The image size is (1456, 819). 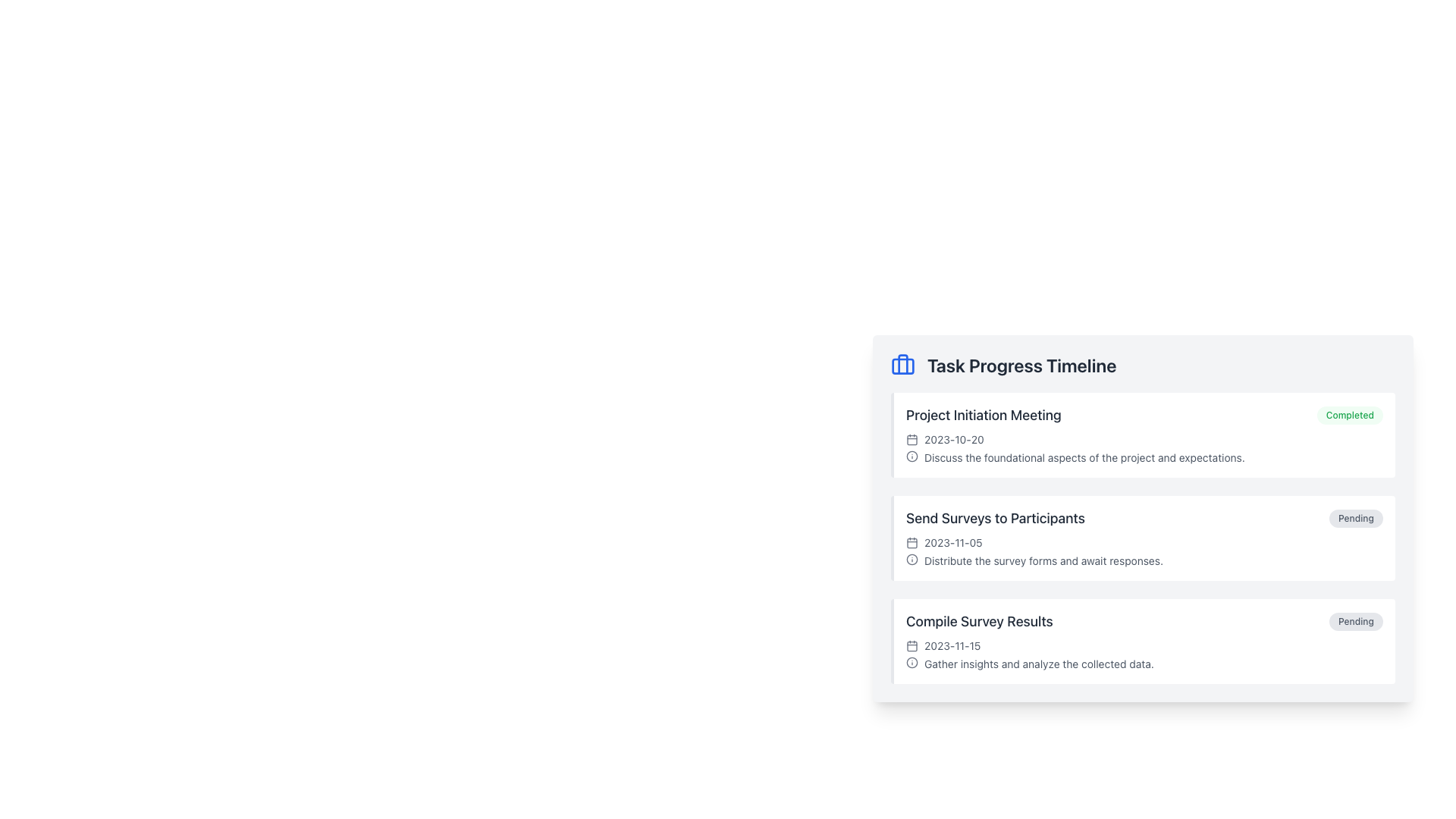 What do you see at coordinates (912, 662) in the screenshot?
I see `the SVG Circle element that represents an informational or alert symbol, located next to the 'Compile Survey Results' section in the 'Task Progress Timeline'` at bounding box center [912, 662].